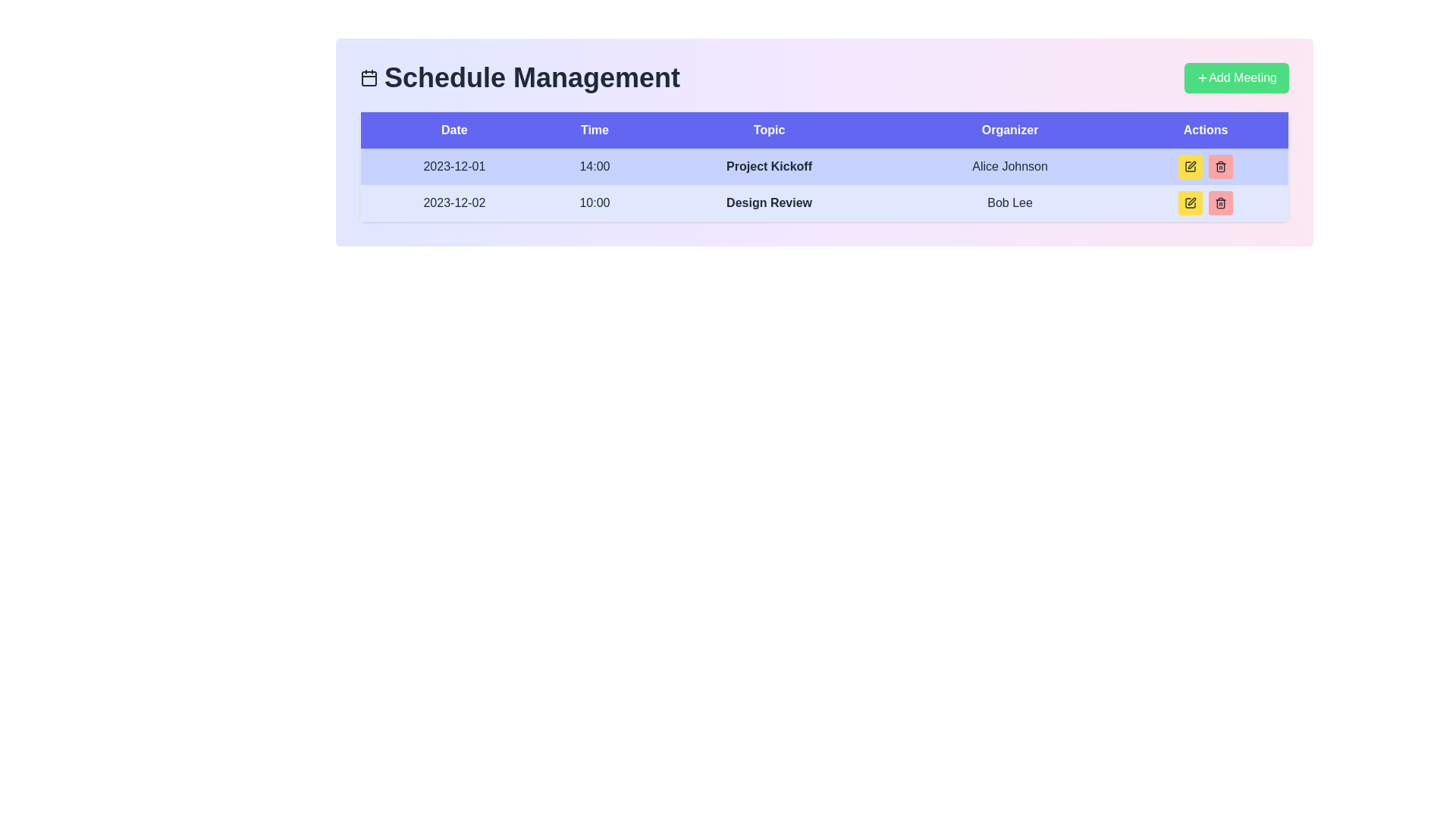  I want to click on the 'Edit' button located in the 'Actions' column of the second row under the 'Bob Lee' organizer name, so click(1189, 202).